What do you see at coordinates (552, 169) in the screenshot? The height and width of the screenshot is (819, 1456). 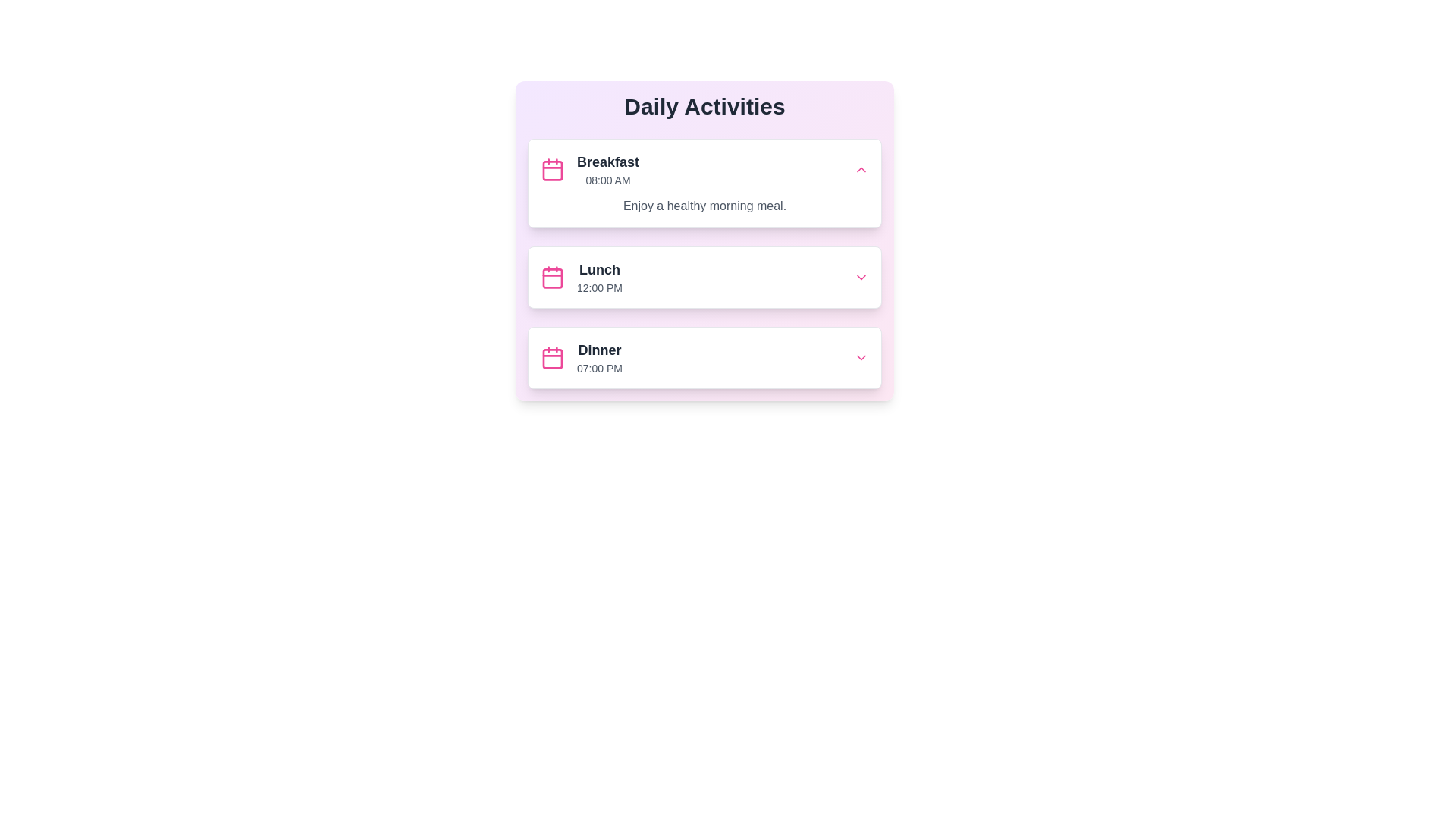 I see `the 'Breakfast' schedule event icon, which is located to the left of the text 'Breakfast' and '08:00 AM' within the 'Daily Activities' card` at bounding box center [552, 169].